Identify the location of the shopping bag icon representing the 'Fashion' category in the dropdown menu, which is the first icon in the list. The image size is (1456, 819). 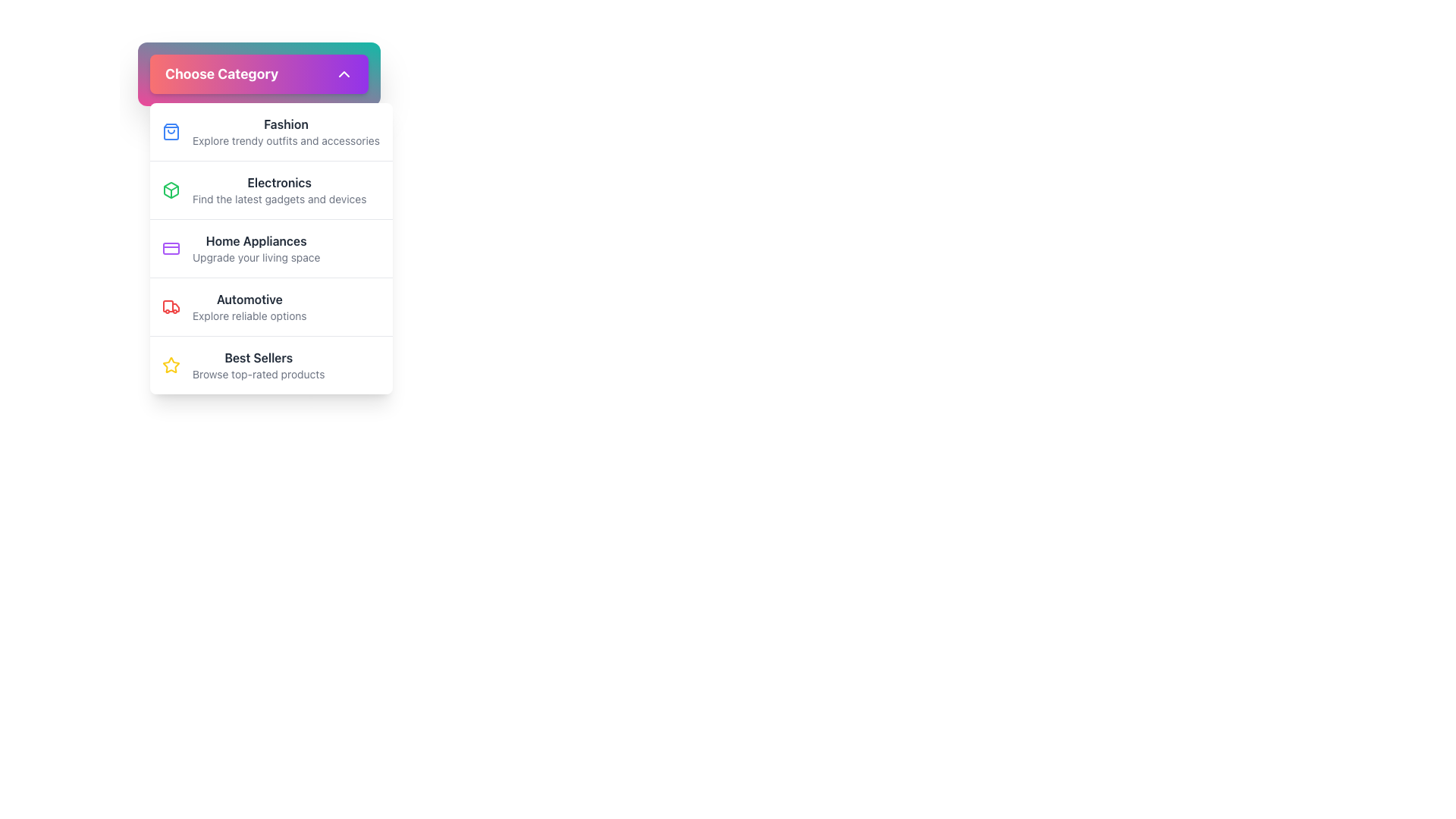
(171, 130).